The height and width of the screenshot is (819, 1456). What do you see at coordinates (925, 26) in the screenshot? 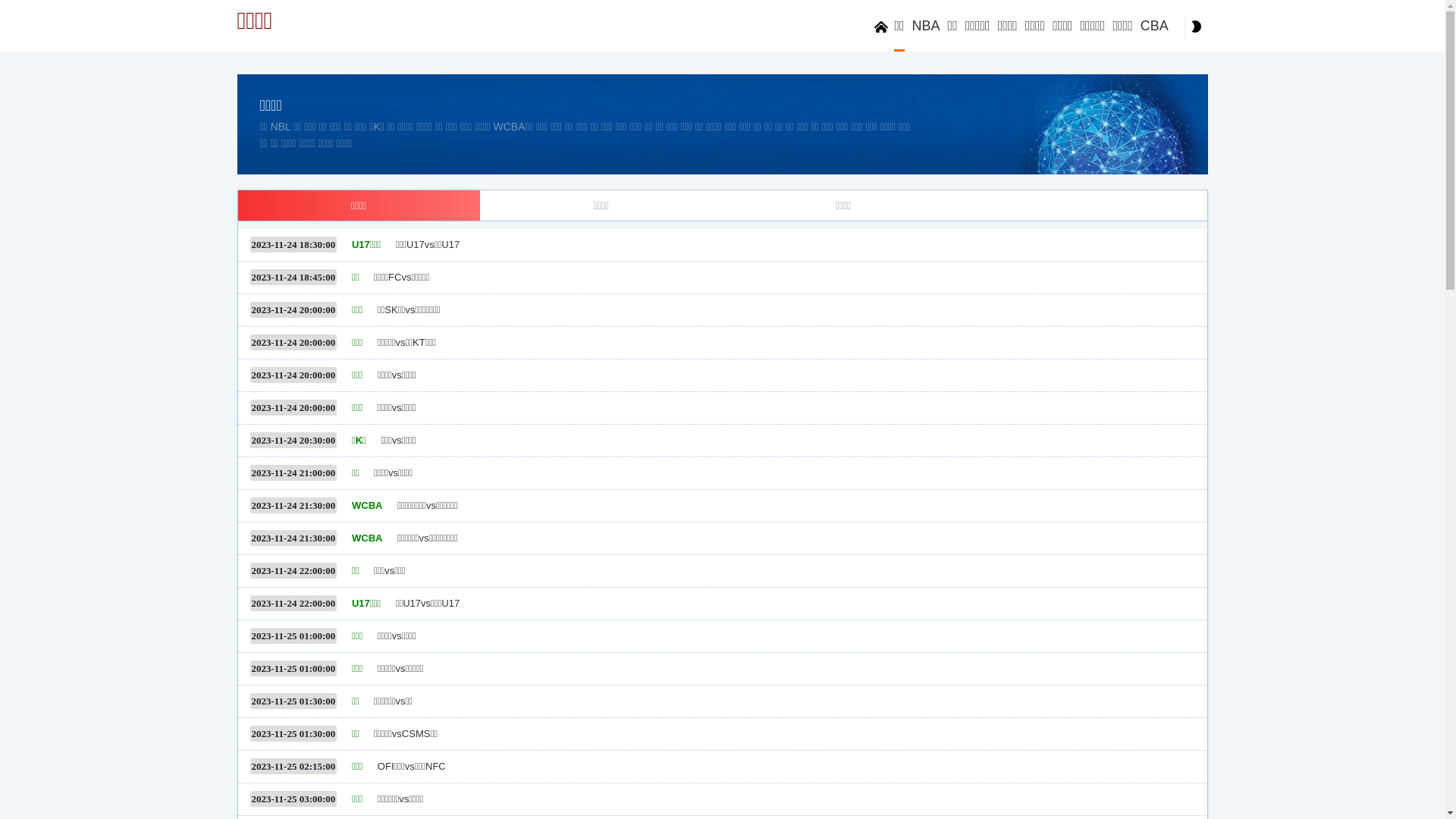
I see `'NBA'` at bounding box center [925, 26].